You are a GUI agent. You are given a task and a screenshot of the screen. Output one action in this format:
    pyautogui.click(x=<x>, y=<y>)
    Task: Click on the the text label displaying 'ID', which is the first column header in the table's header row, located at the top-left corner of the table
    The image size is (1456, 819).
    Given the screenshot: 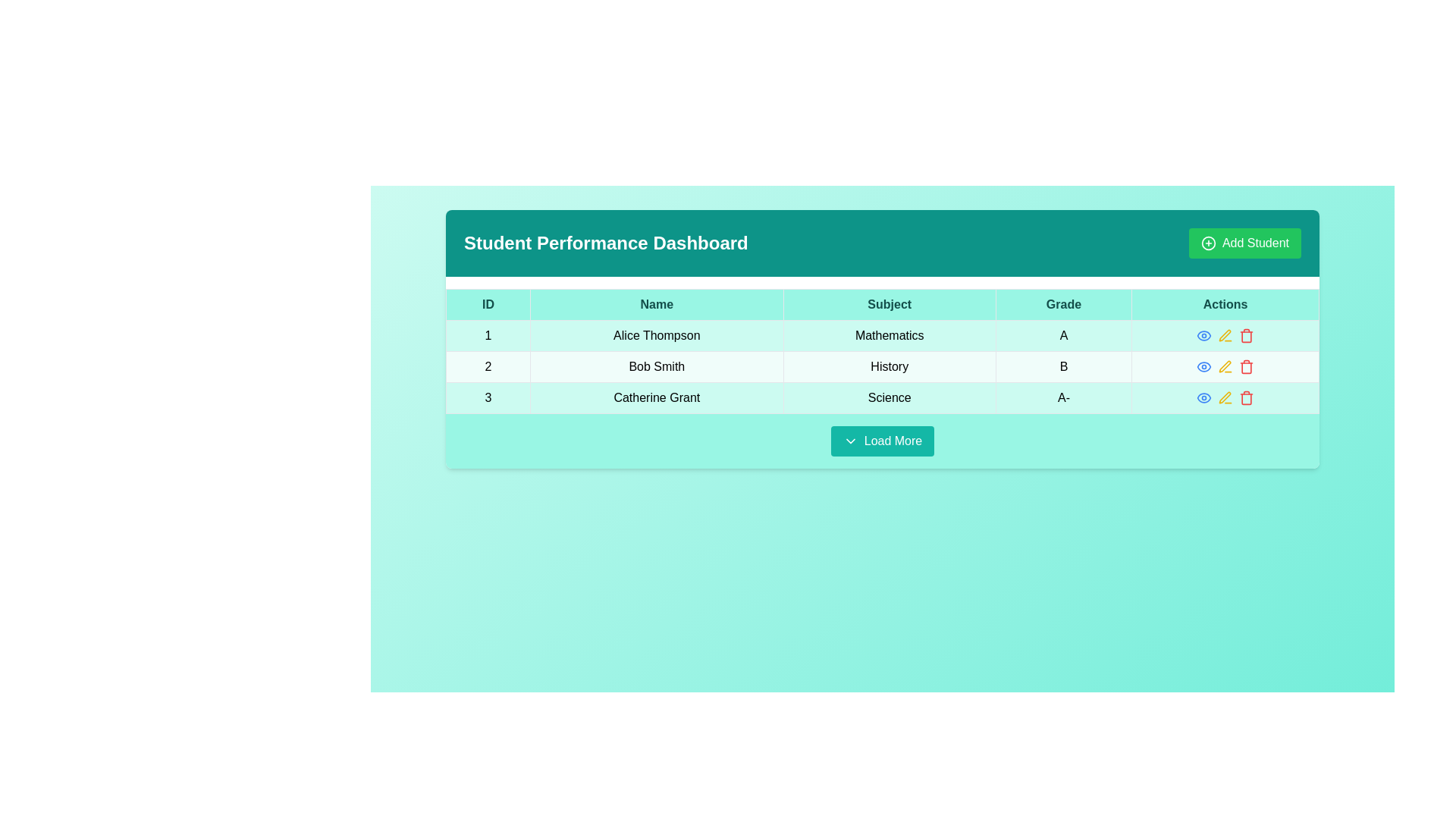 What is the action you would take?
    pyautogui.click(x=488, y=304)
    